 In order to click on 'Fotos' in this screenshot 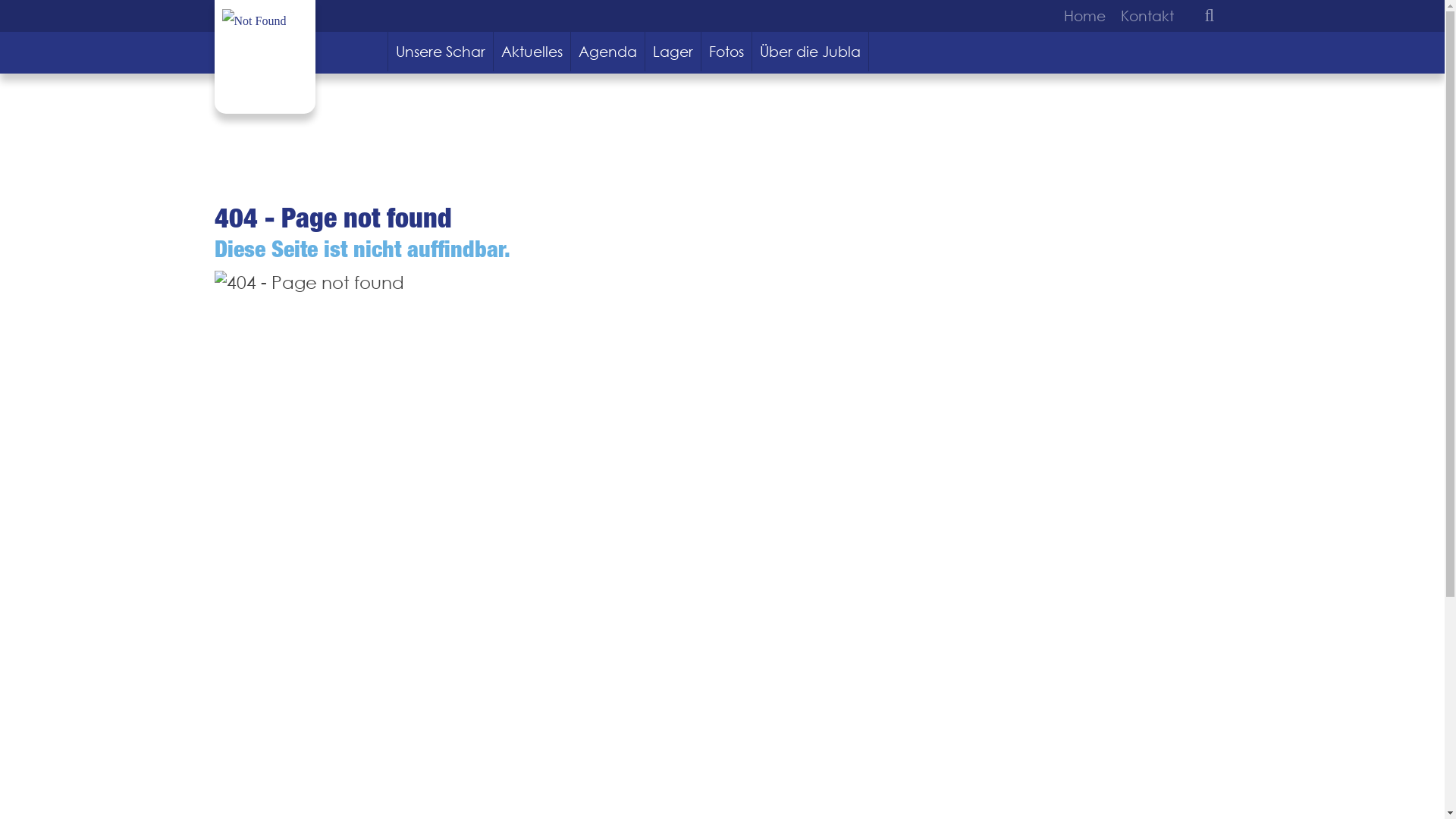, I will do `click(726, 51)`.